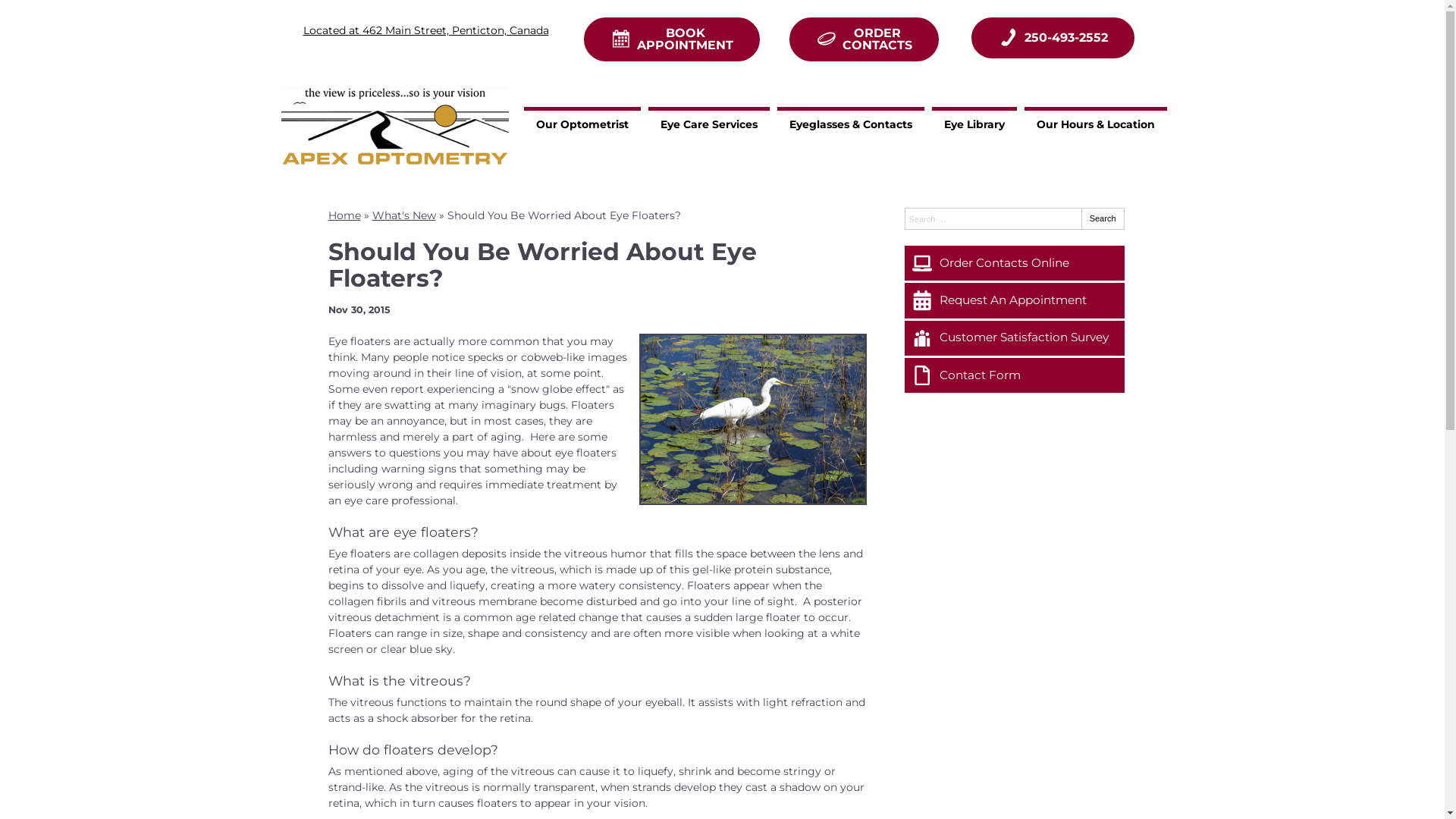 Image resolution: width=1456 pixels, height=819 pixels. I want to click on 'What's New', so click(371, 215).